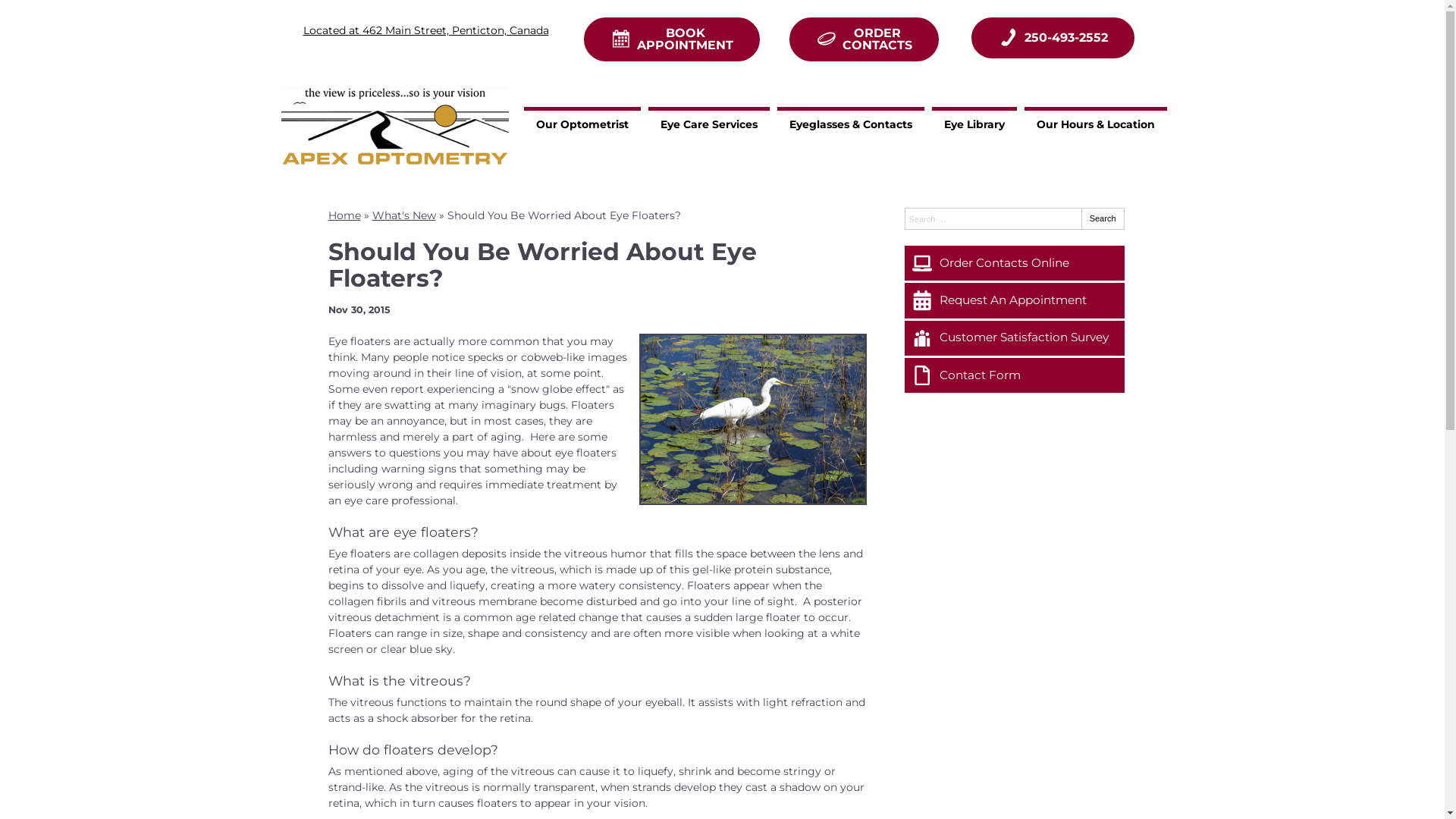 Image resolution: width=1456 pixels, height=819 pixels. I want to click on 'What's New', so click(371, 215).